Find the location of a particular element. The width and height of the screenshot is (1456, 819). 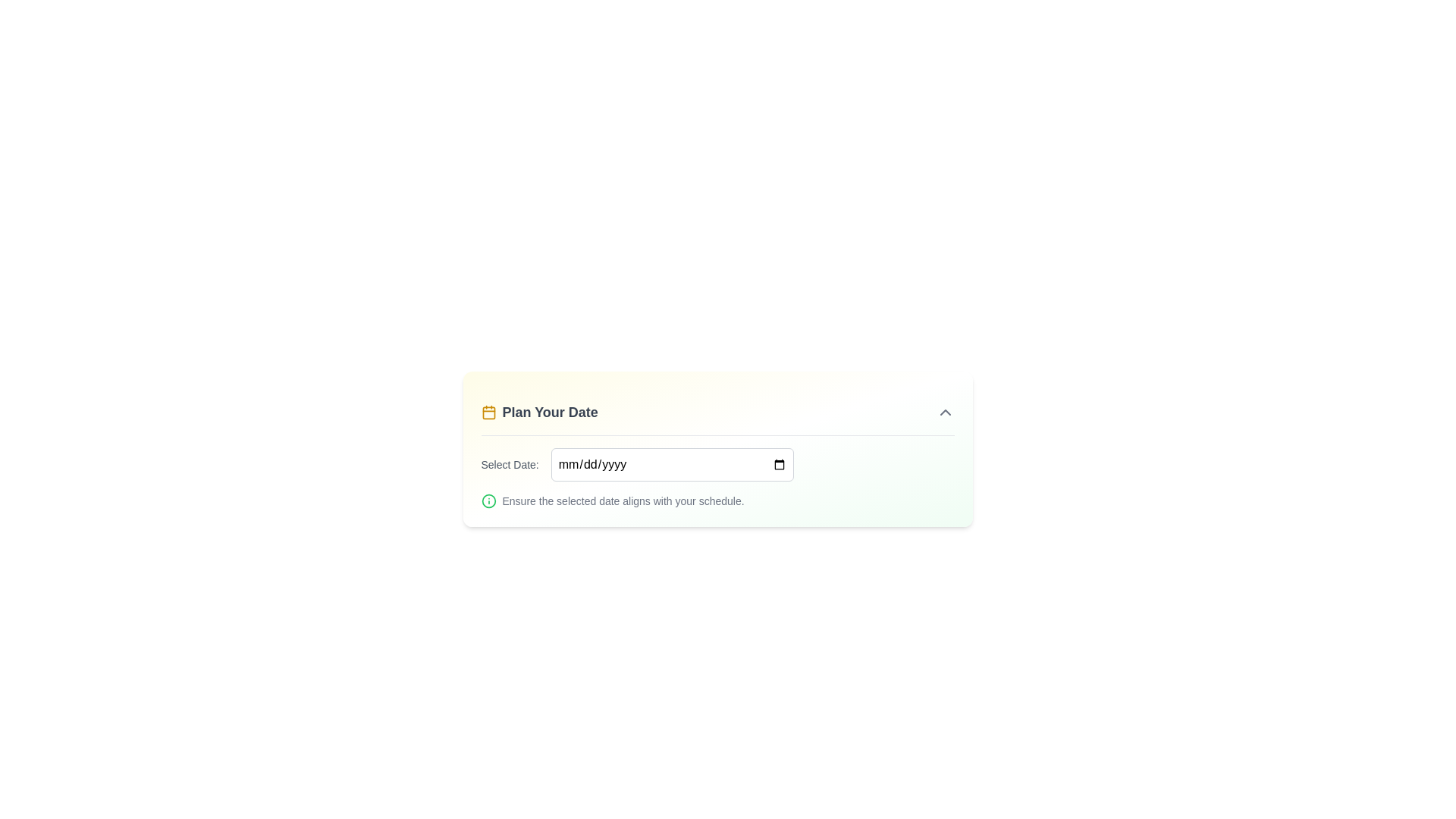

the date picker within the date selection panel is located at coordinates (717, 448).